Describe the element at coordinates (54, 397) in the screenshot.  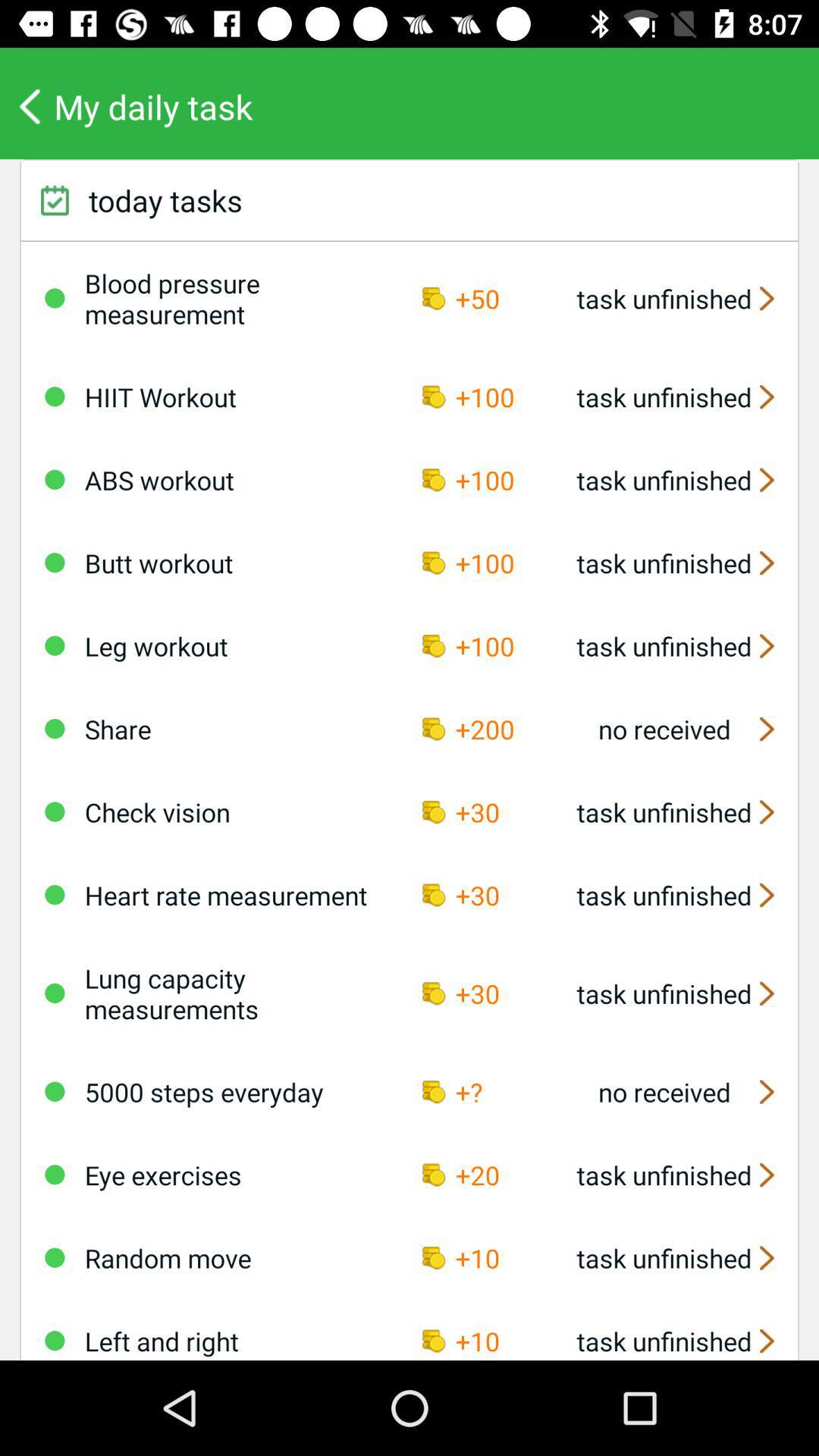
I see `task` at that location.